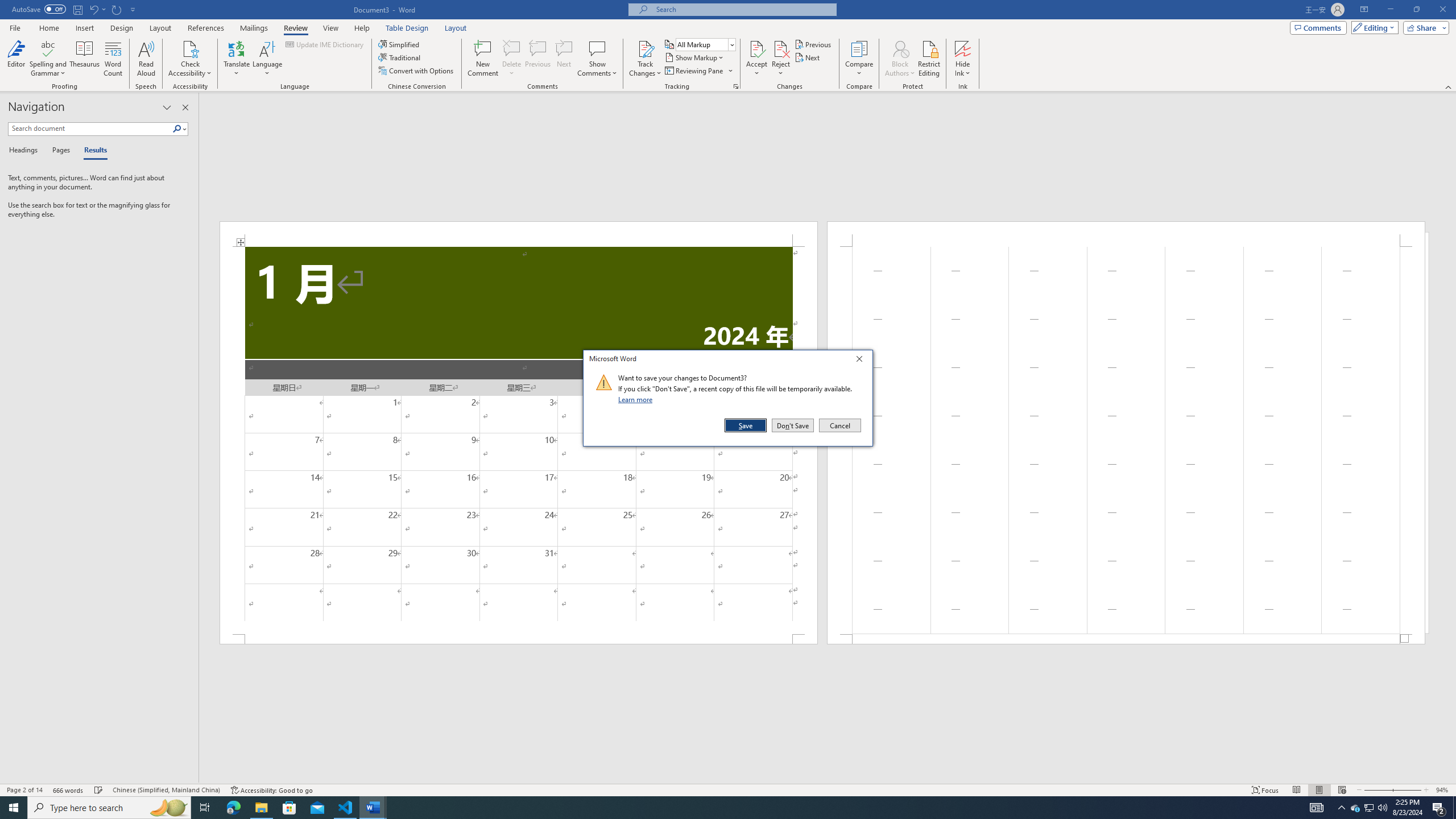 The width and height of the screenshot is (1456, 819). I want to click on 'Delete', so click(511, 48).